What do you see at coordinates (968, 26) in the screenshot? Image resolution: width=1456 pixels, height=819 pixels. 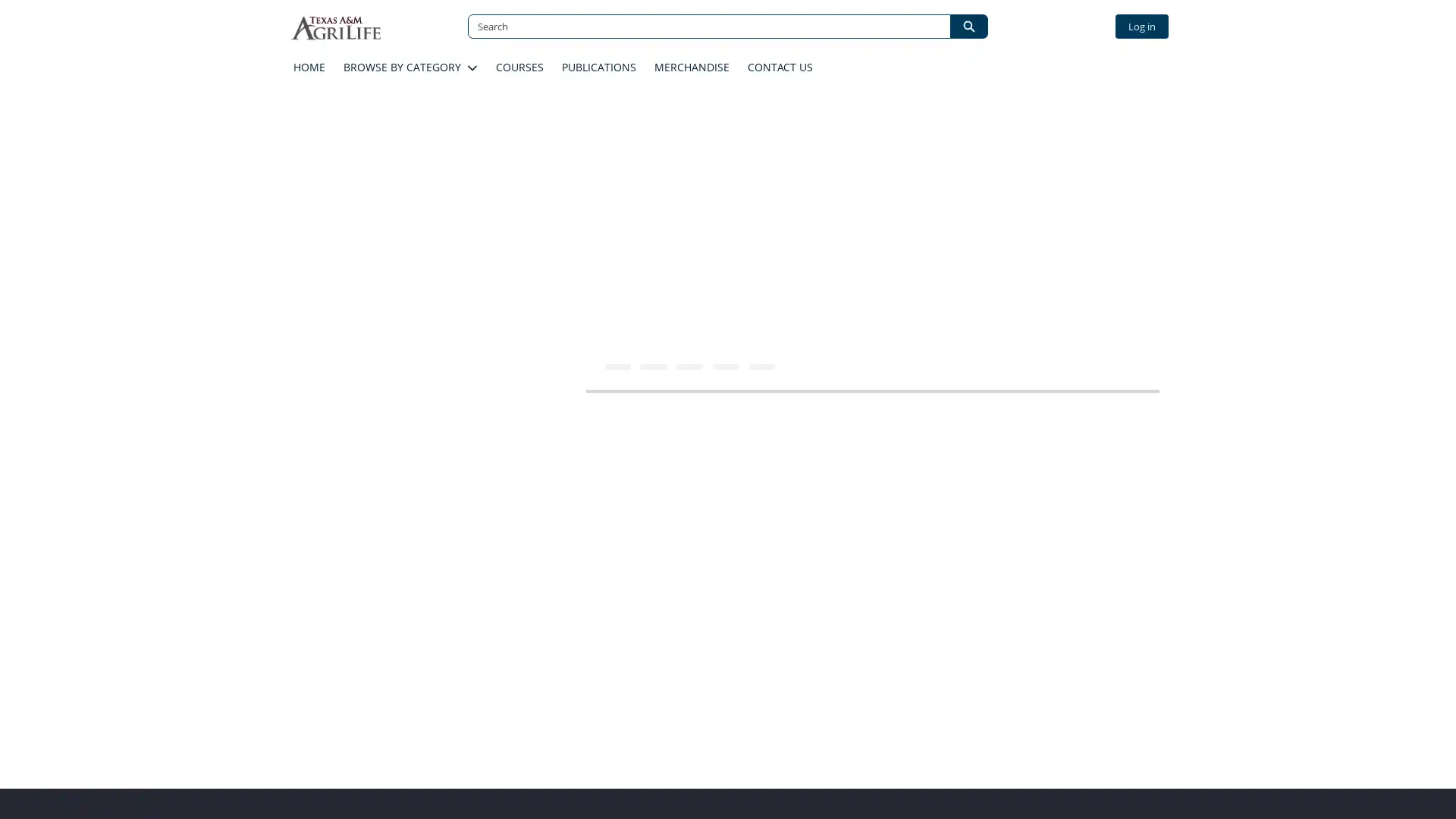 I see `Search` at bounding box center [968, 26].